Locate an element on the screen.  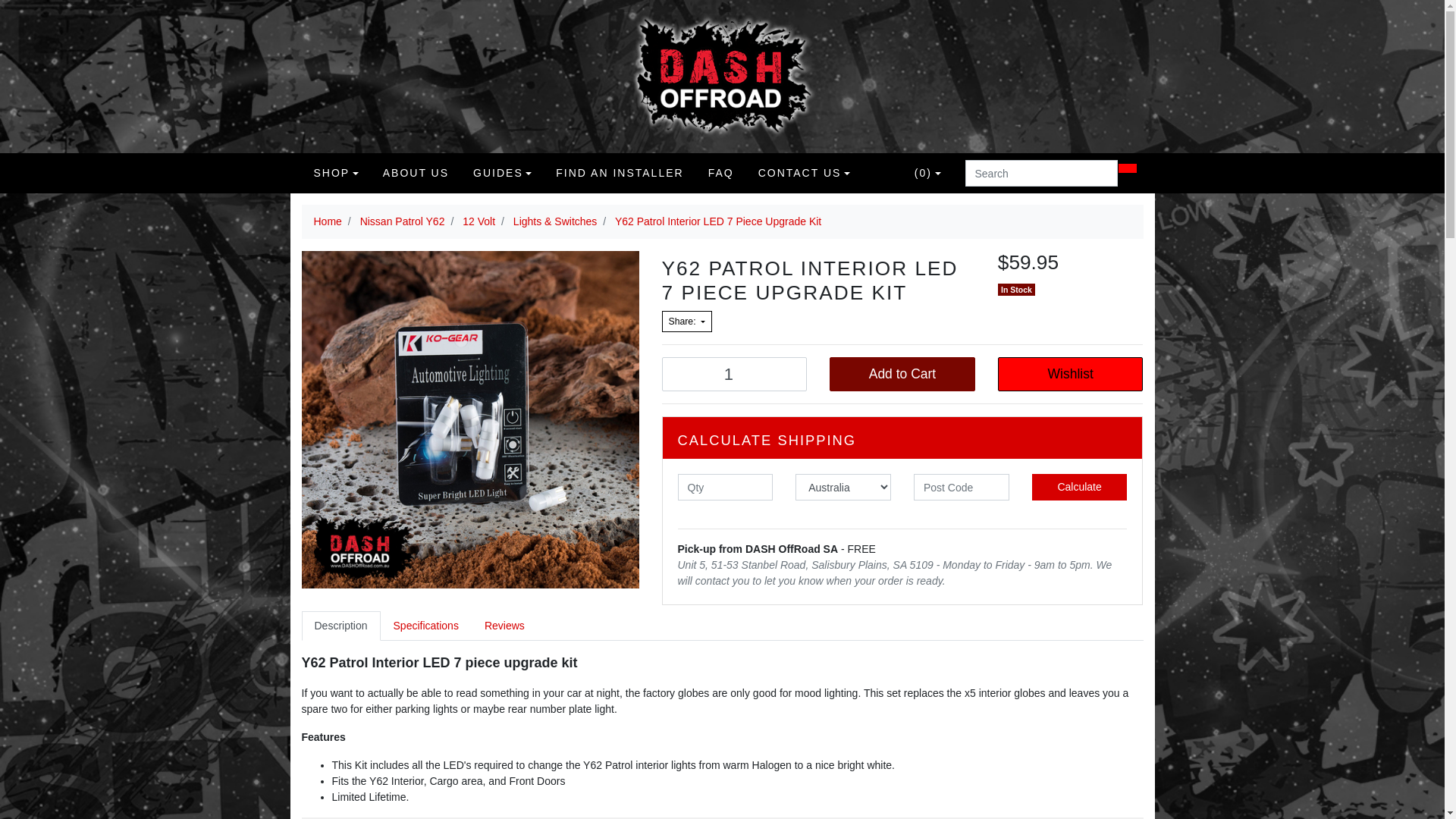
'Add to Cart' is located at coordinates (902, 374).